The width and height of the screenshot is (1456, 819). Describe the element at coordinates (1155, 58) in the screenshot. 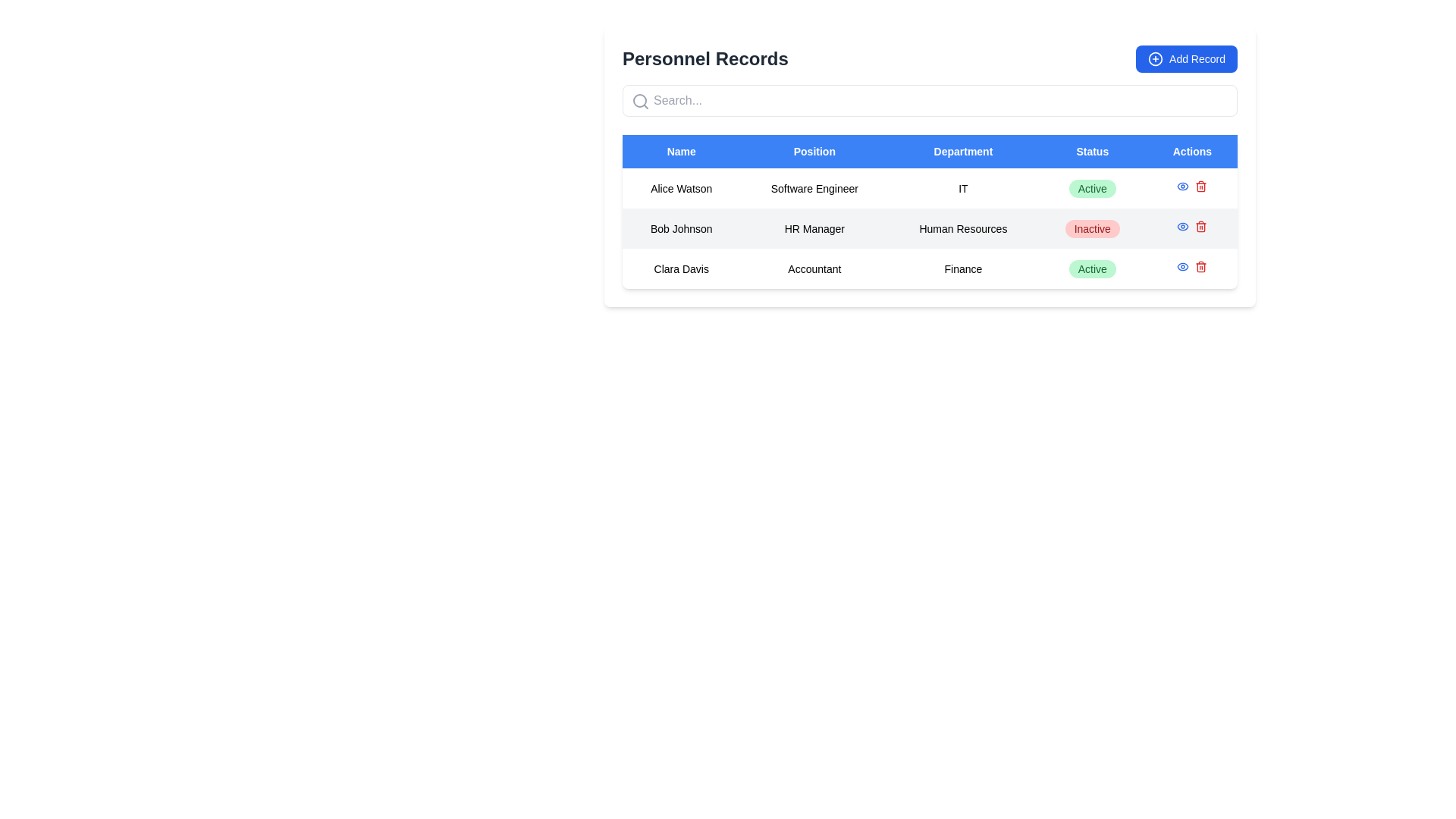

I see `the circular SVG element that is part of the icon for adding records, which is located to the left of the 'Add Record' button` at that location.